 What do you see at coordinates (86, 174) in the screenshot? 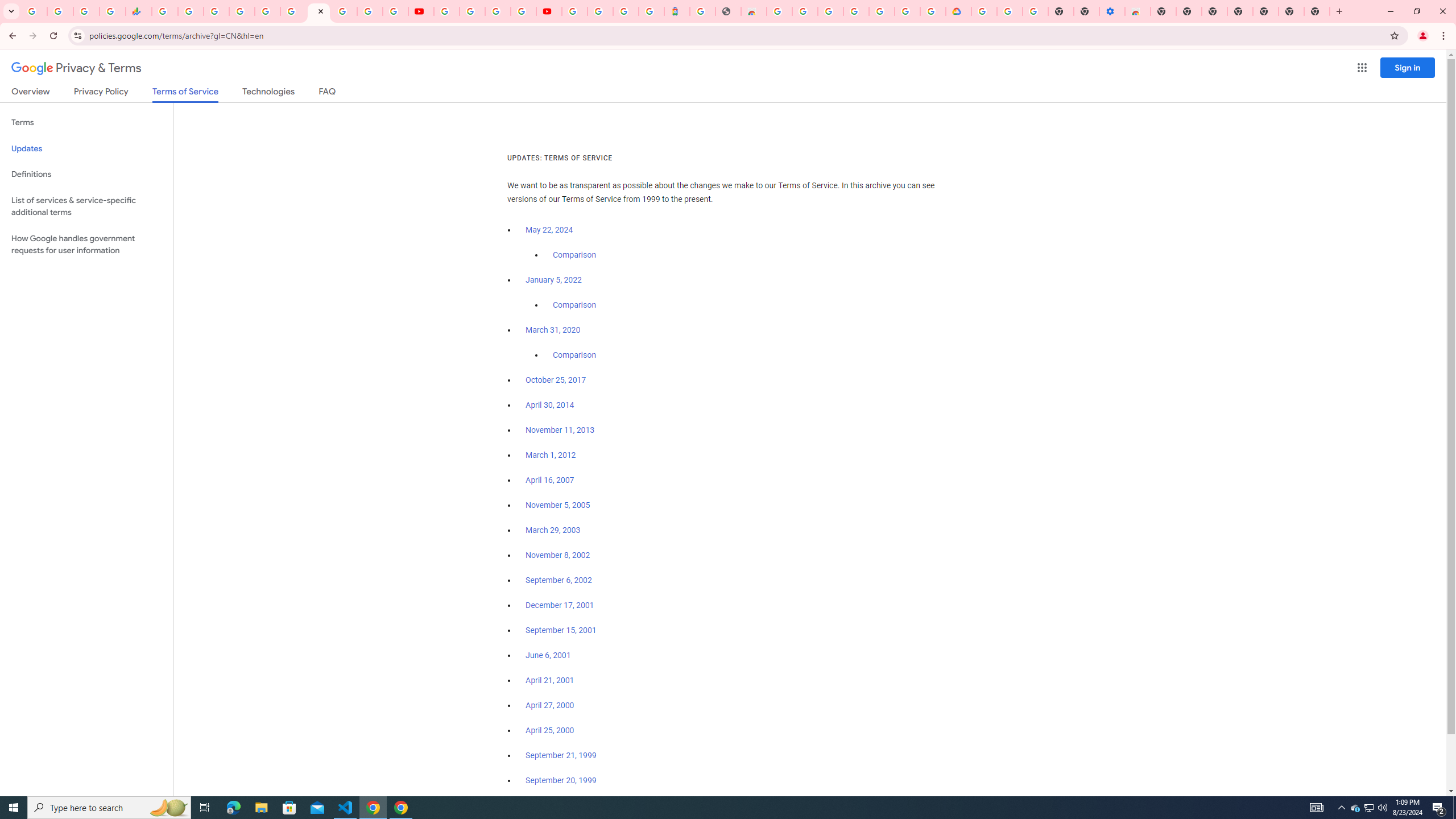
I see `'Definitions'` at bounding box center [86, 174].